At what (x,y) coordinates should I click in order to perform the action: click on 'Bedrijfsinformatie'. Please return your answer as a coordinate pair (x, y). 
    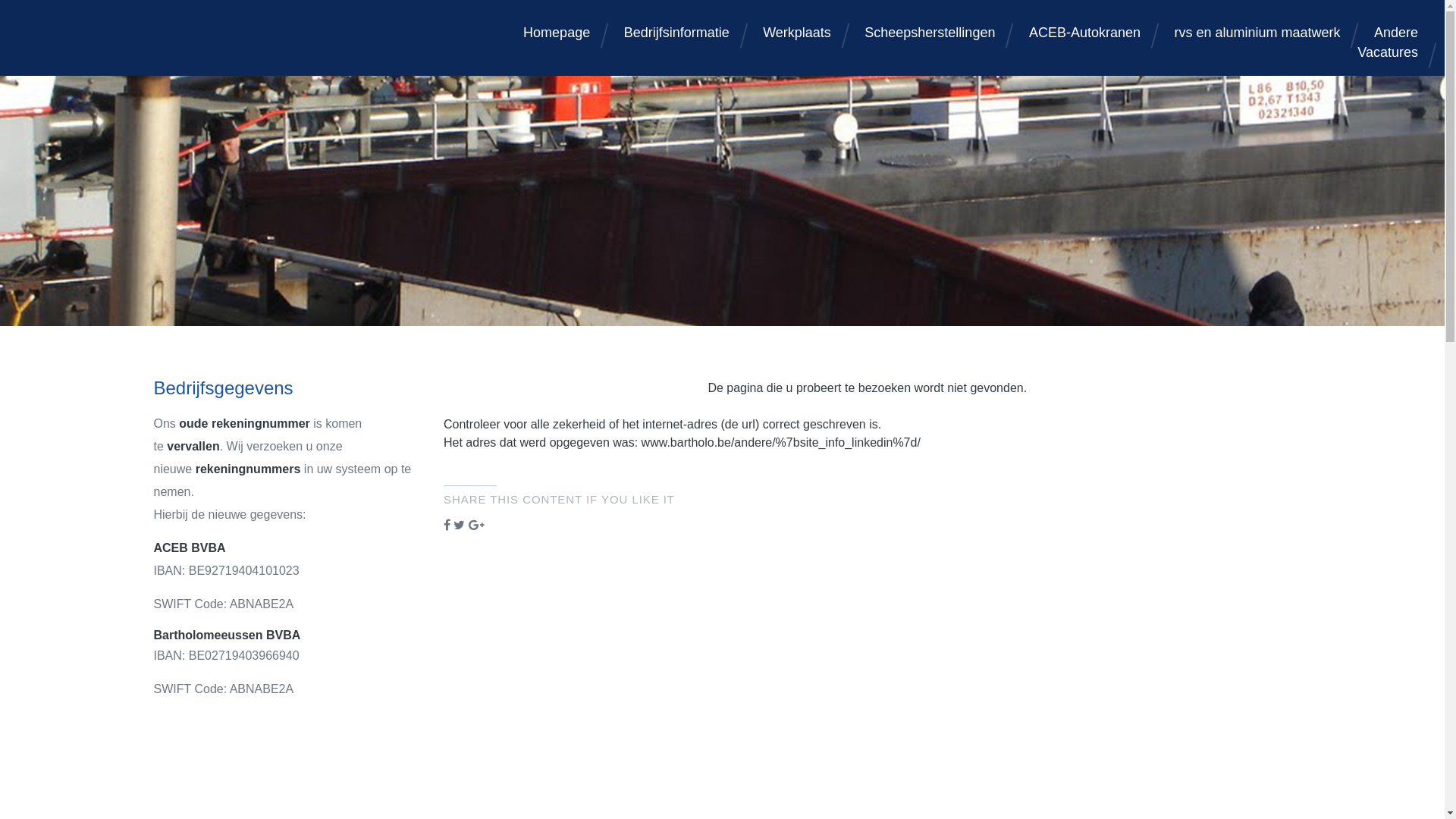
    Looking at the image, I should click on (676, 32).